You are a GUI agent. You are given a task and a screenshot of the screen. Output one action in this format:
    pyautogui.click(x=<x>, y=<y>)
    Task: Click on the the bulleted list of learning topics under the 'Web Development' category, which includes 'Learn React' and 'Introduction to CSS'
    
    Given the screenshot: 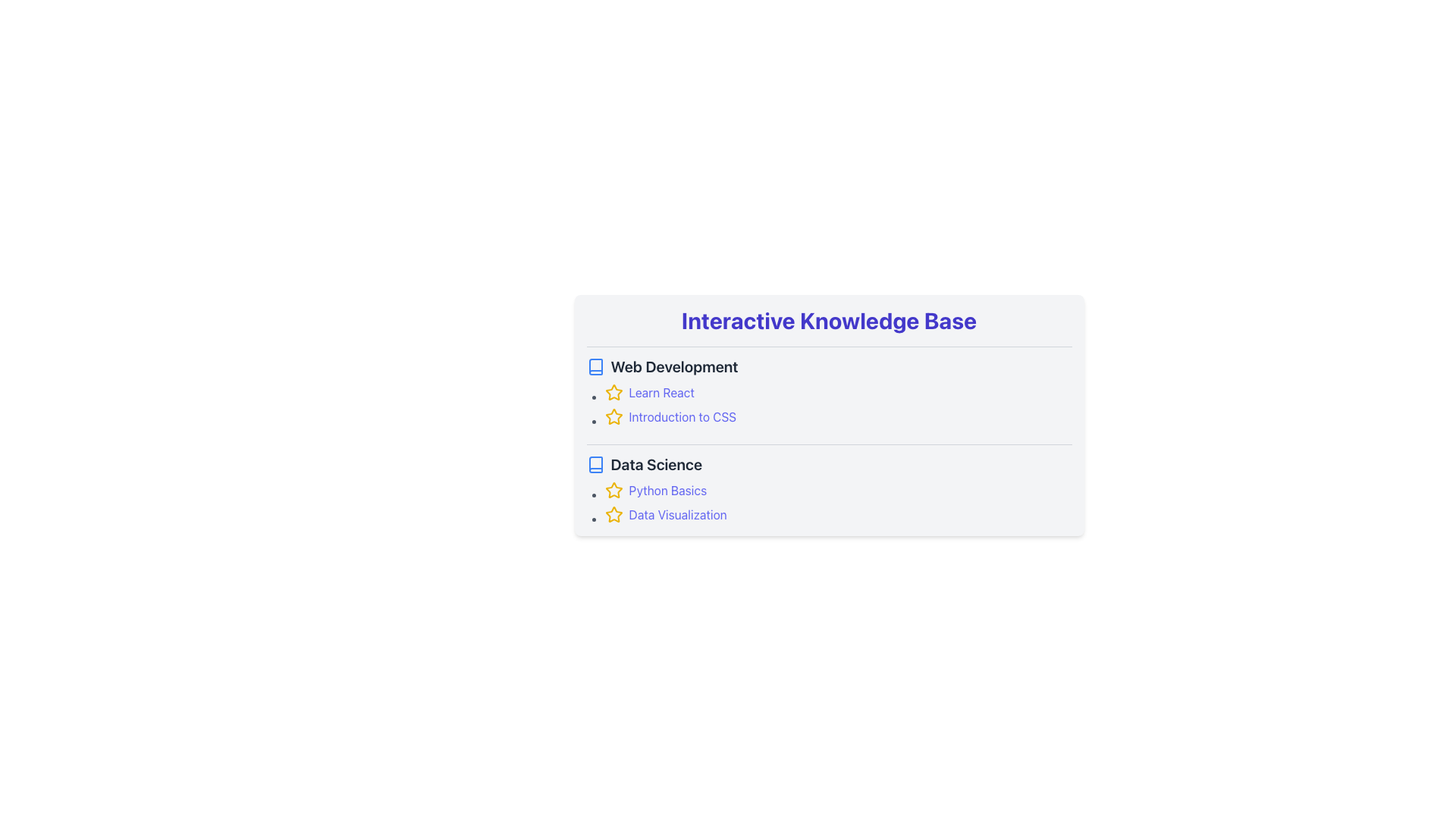 What is the action you would take?
    pyautogui.click(x=828, y=403)
    